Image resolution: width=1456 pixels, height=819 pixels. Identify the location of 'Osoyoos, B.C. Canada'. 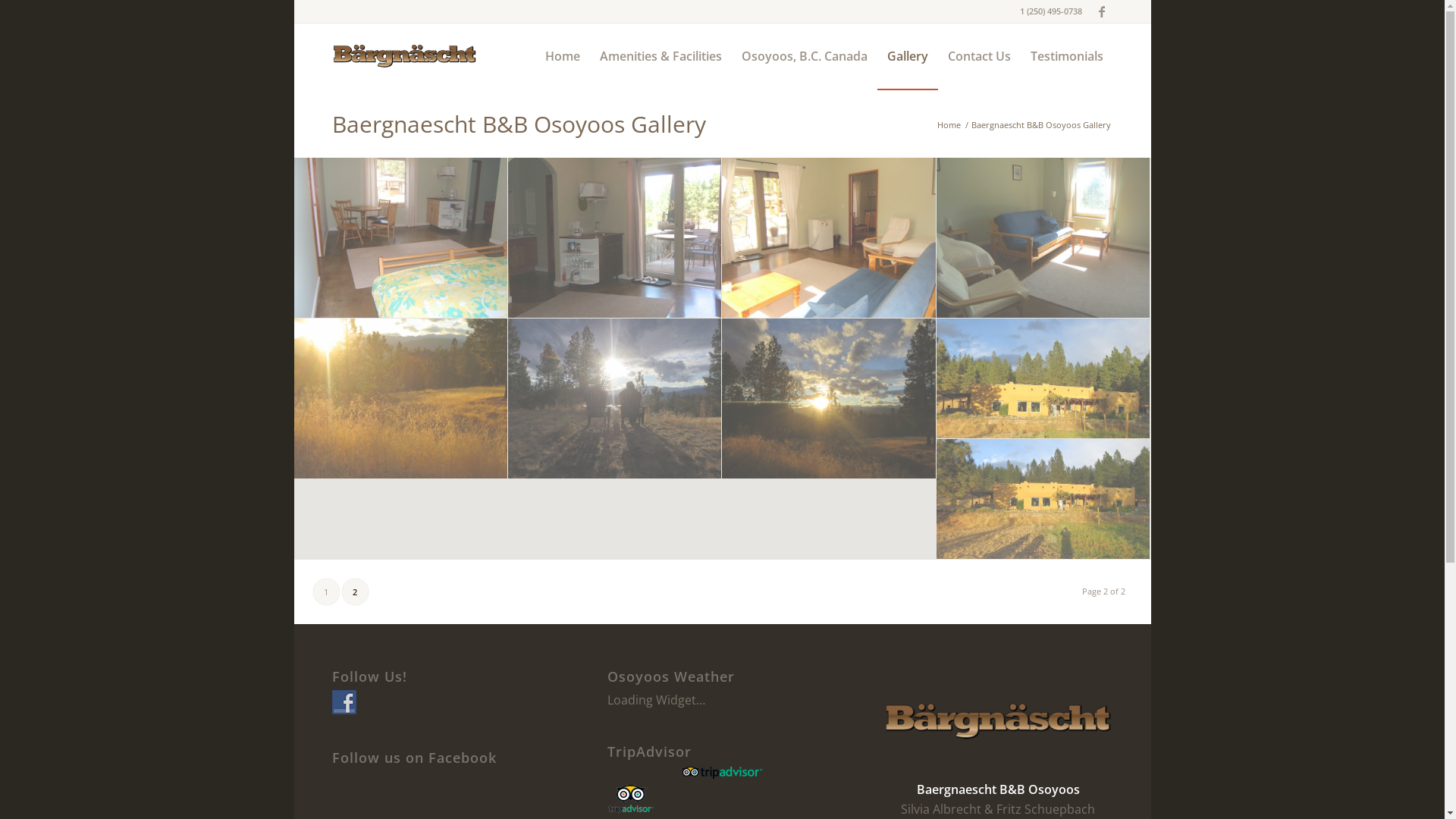
(803, 55).